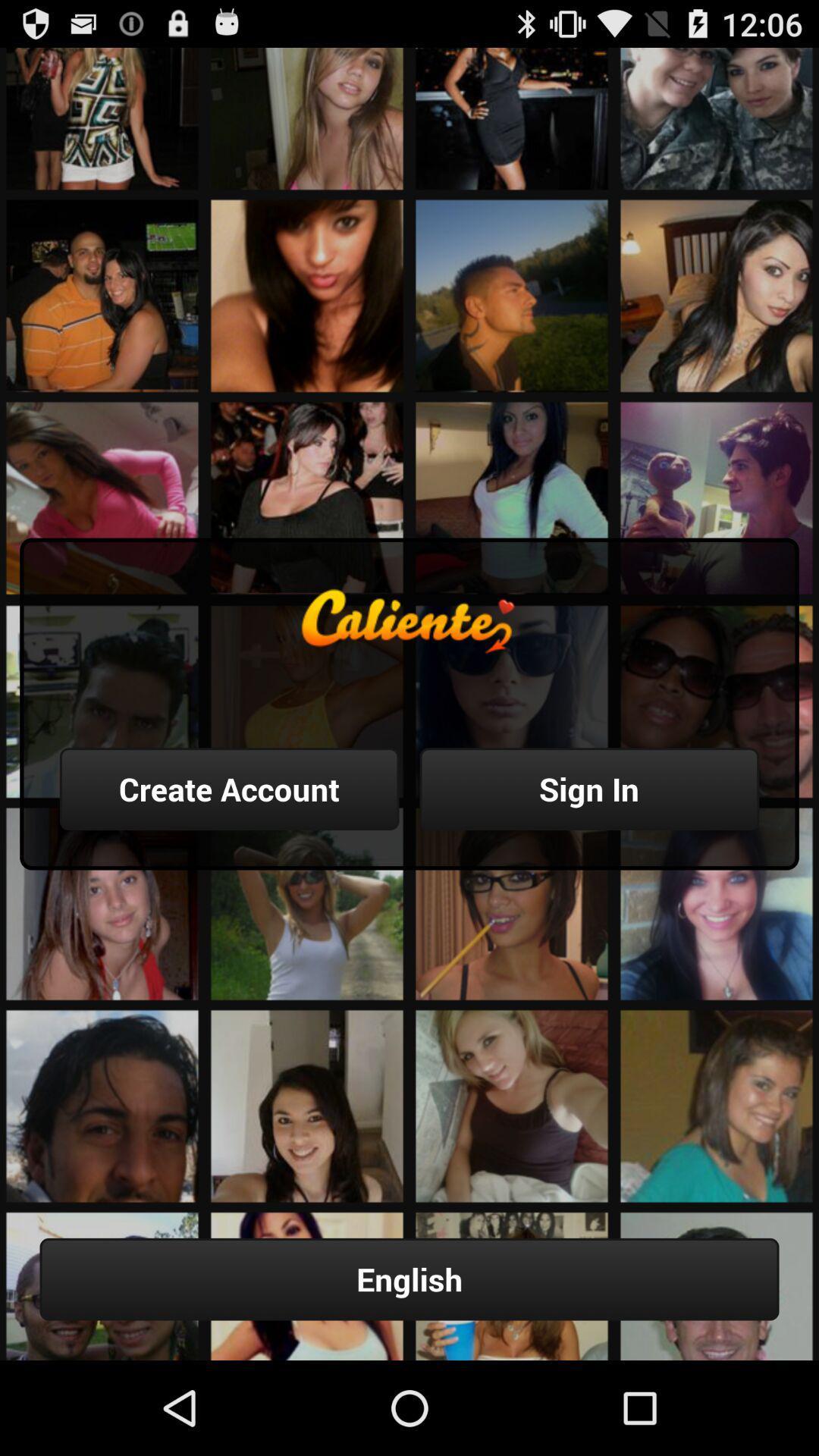 The image size is (819, 1456). I want to click on the item below the create account item, so click(409, 1279).